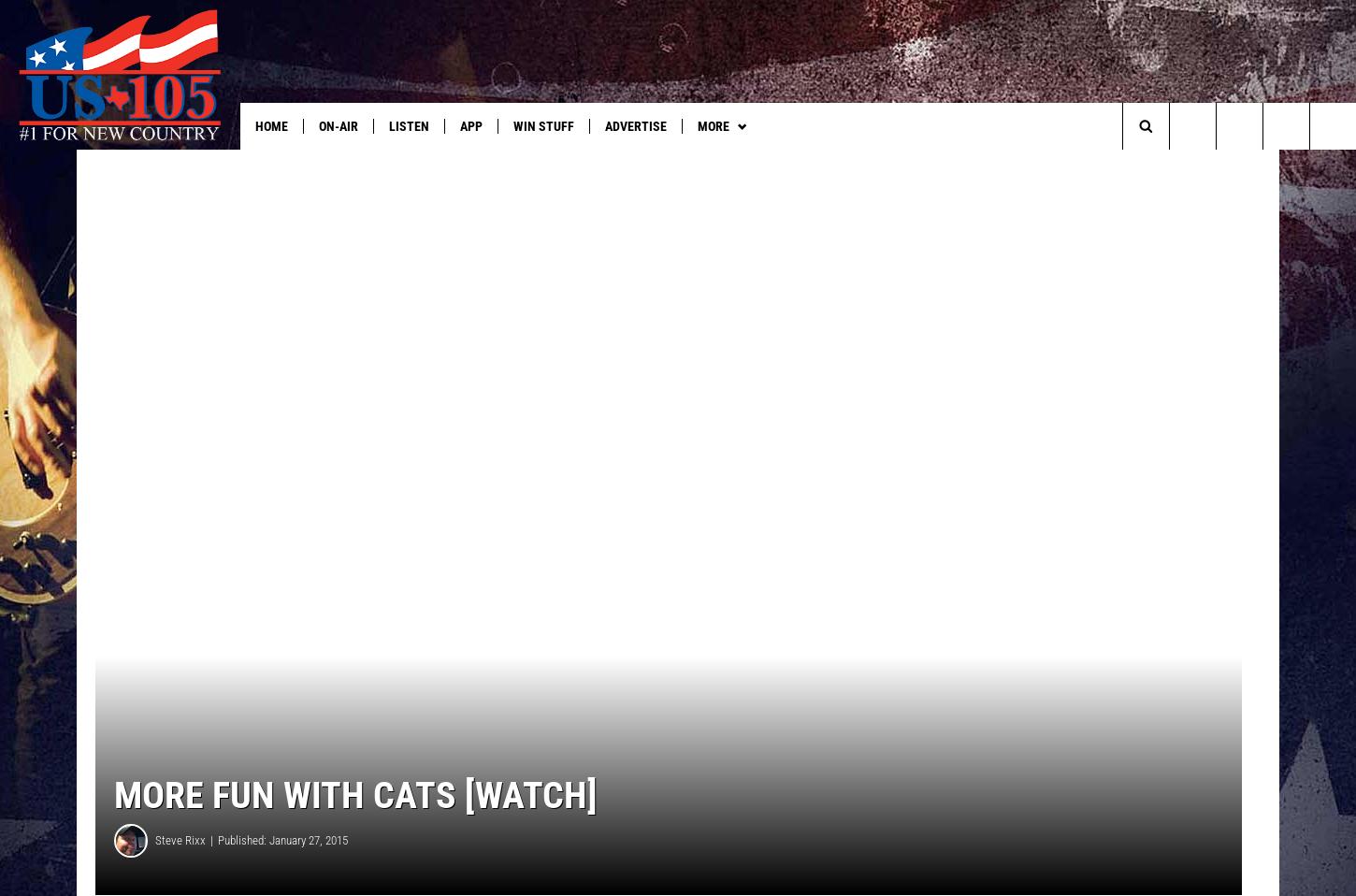  Describe the element at coordinates (512, 125) in the screenshot. I see `'Win Stuff'` at that location.